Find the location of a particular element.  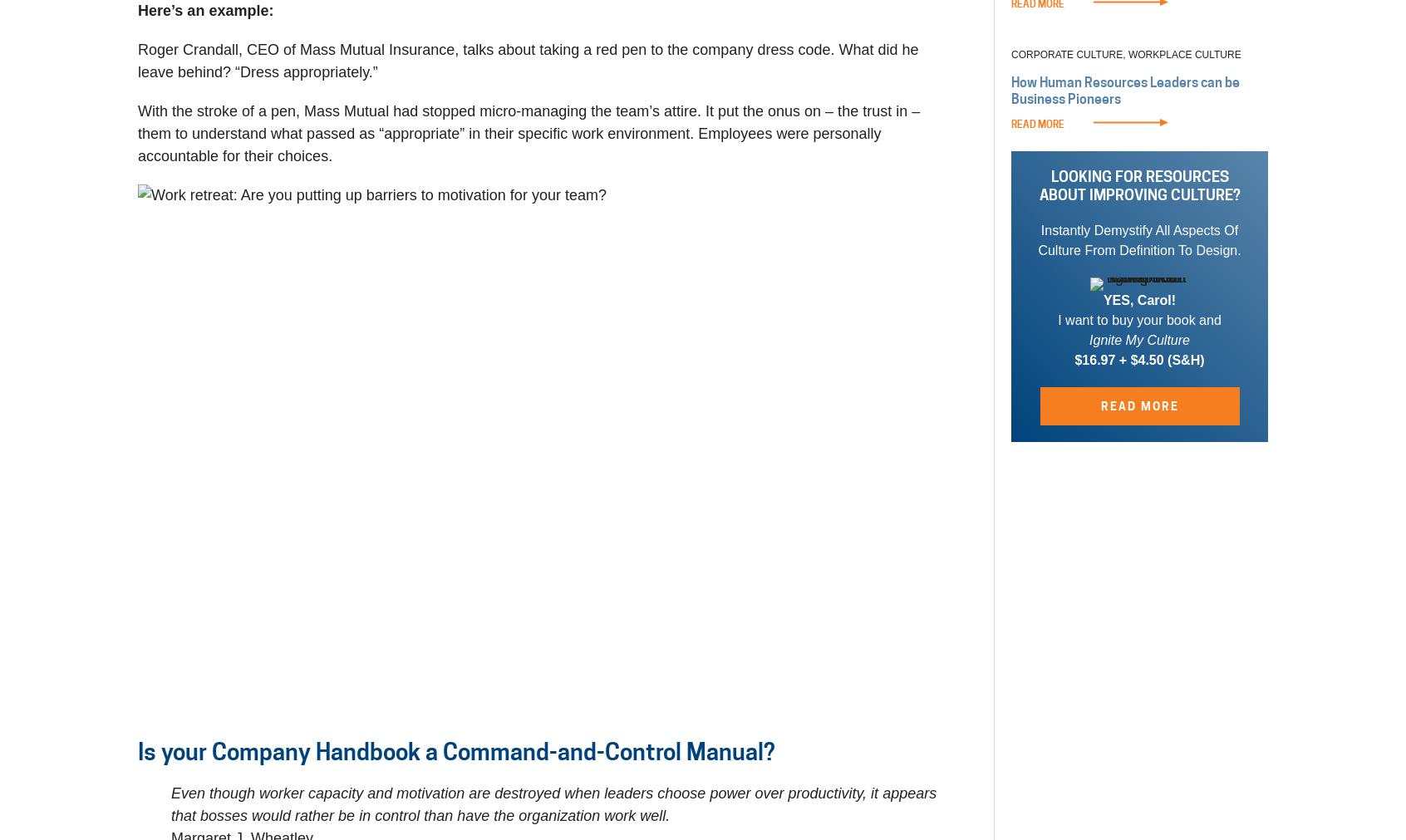

',' is located at coordinates (1123, 54).